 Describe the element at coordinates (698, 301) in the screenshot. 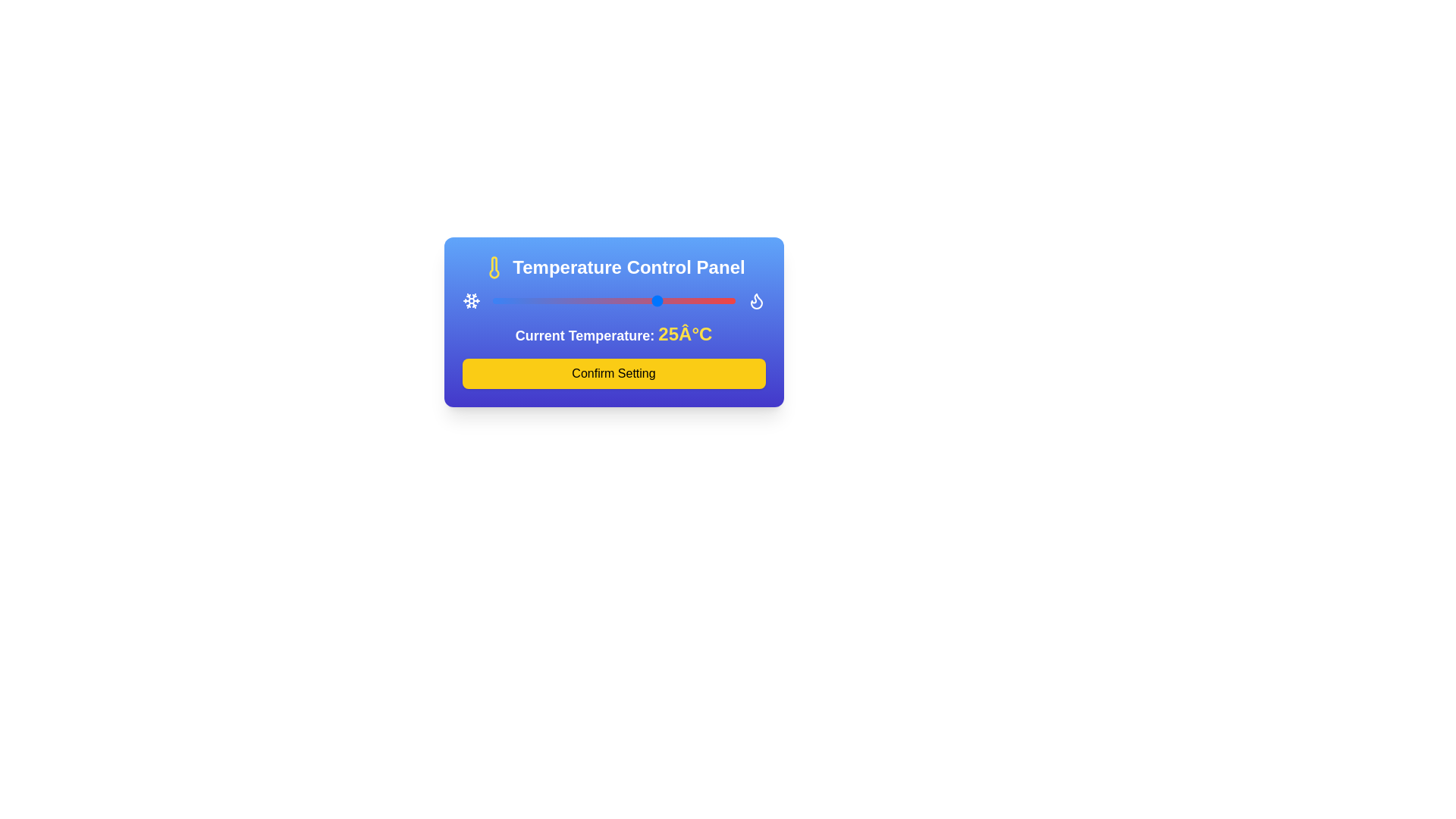

I see `the temperature slider to 38°C` at that location.